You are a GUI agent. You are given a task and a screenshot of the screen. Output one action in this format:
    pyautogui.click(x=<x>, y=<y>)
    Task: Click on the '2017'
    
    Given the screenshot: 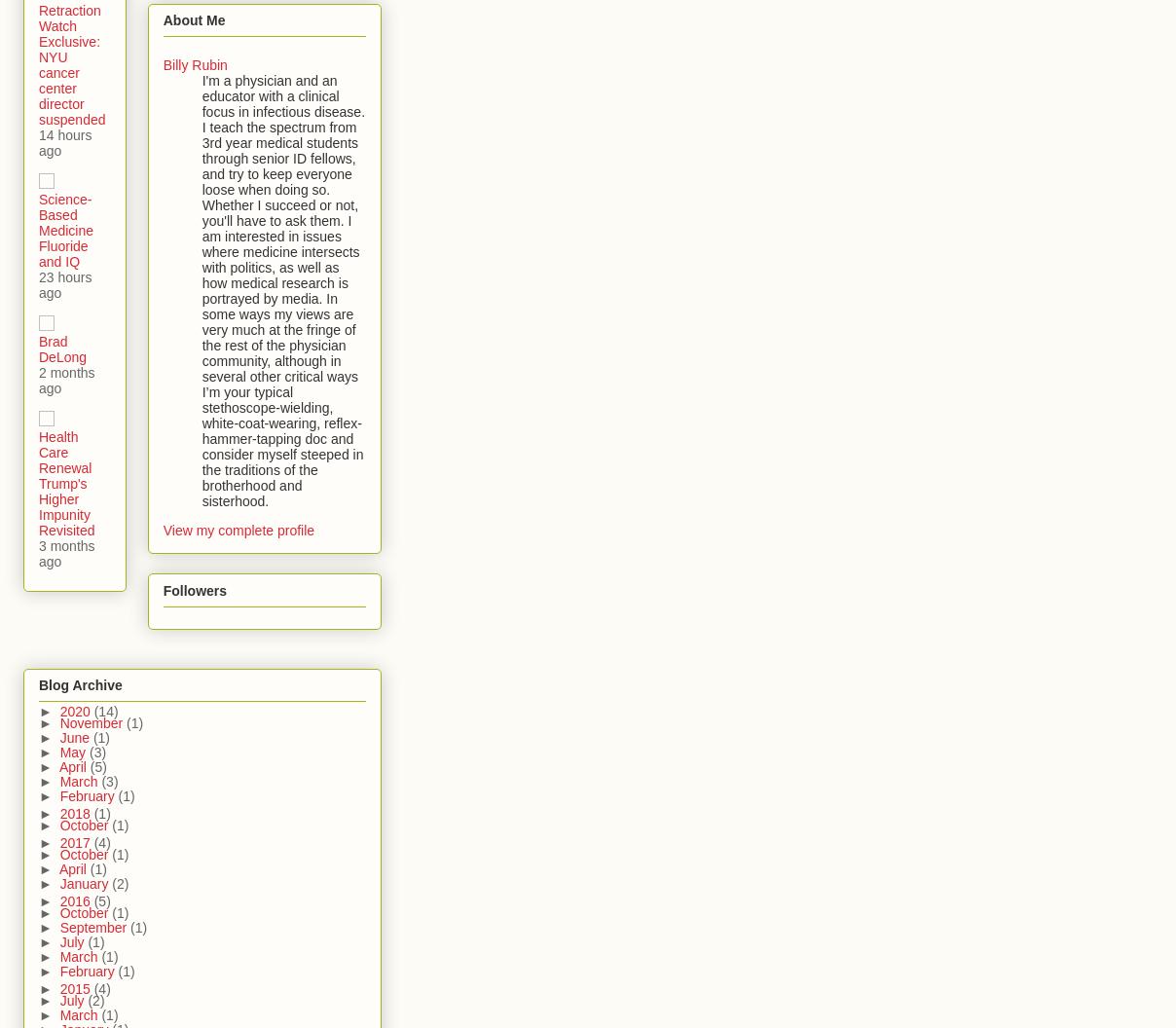 What is the action you would take?
    pyautogui.click(x=58, y=842)
    